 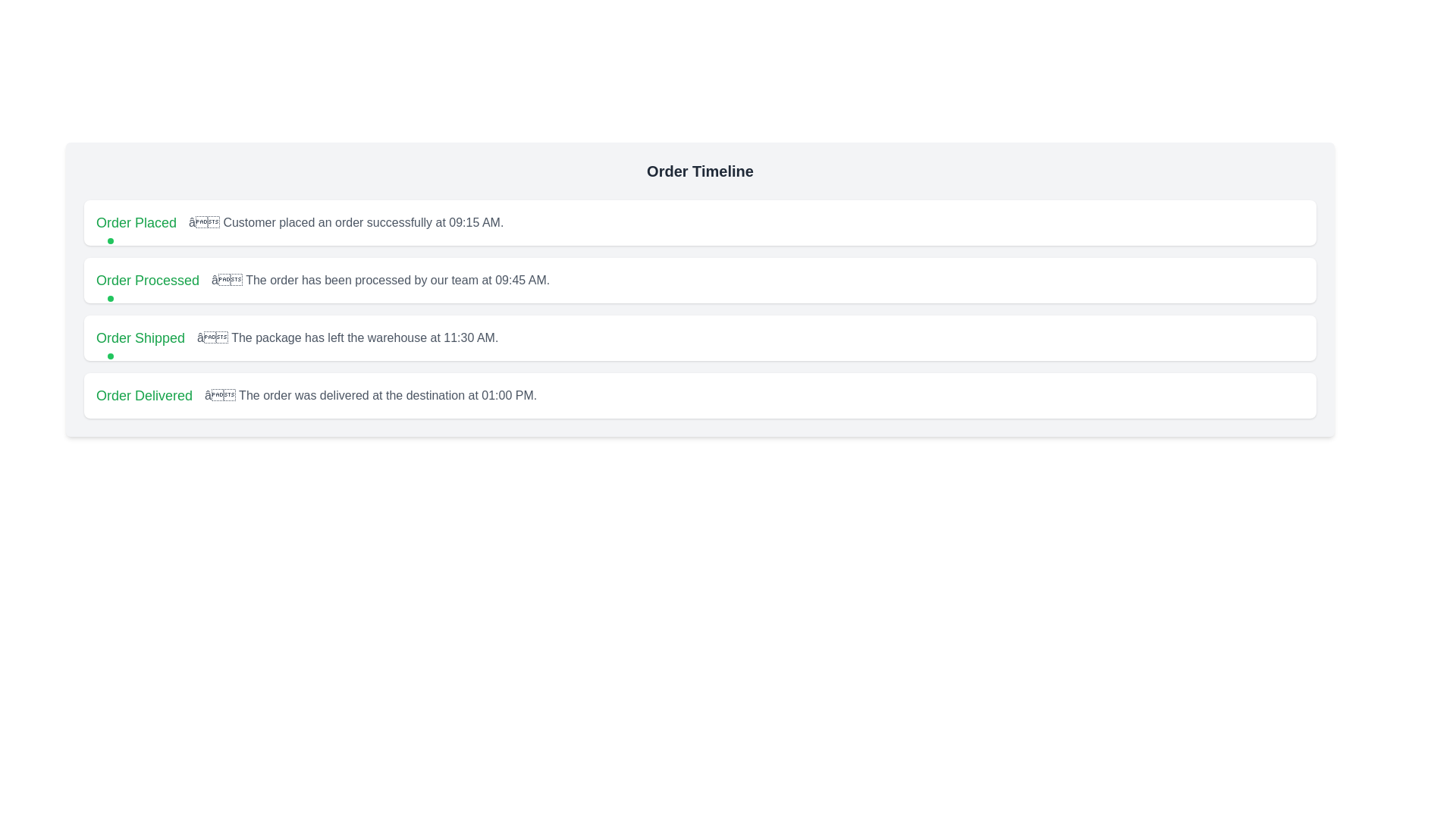 What do you see at coordinates (371, 394) in the screenshot?
I see `static text displaying the message '– The order was delivered at the destination at 01:00 PM.' which is styled in gray and is located below the green heading 'Order Delivered' in the order status timeline` at bounding box center [371, 394].